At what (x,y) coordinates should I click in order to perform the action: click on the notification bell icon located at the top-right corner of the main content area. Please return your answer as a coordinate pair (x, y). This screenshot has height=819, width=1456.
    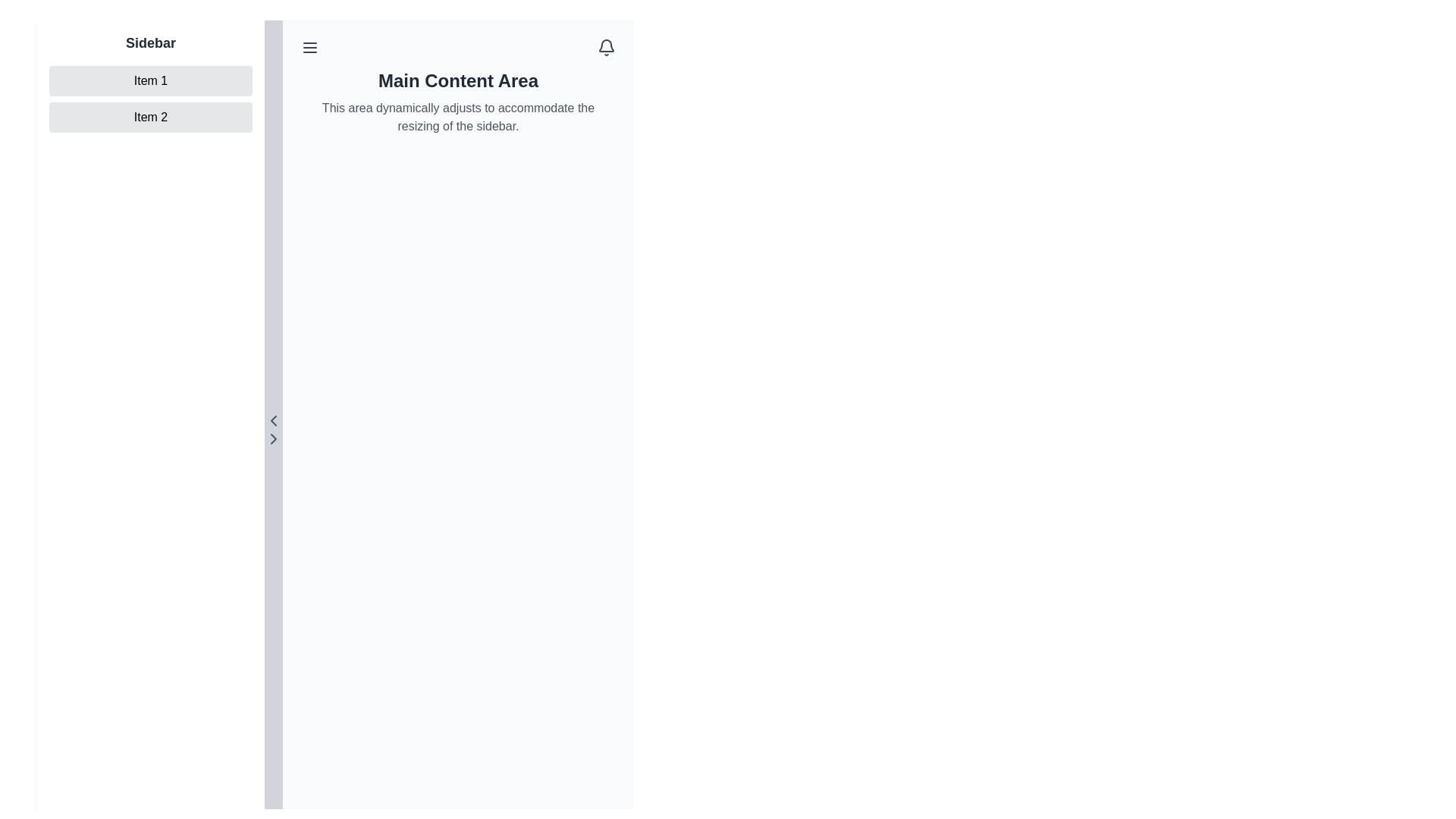
    Looking at the image, I should click on (607, 46).